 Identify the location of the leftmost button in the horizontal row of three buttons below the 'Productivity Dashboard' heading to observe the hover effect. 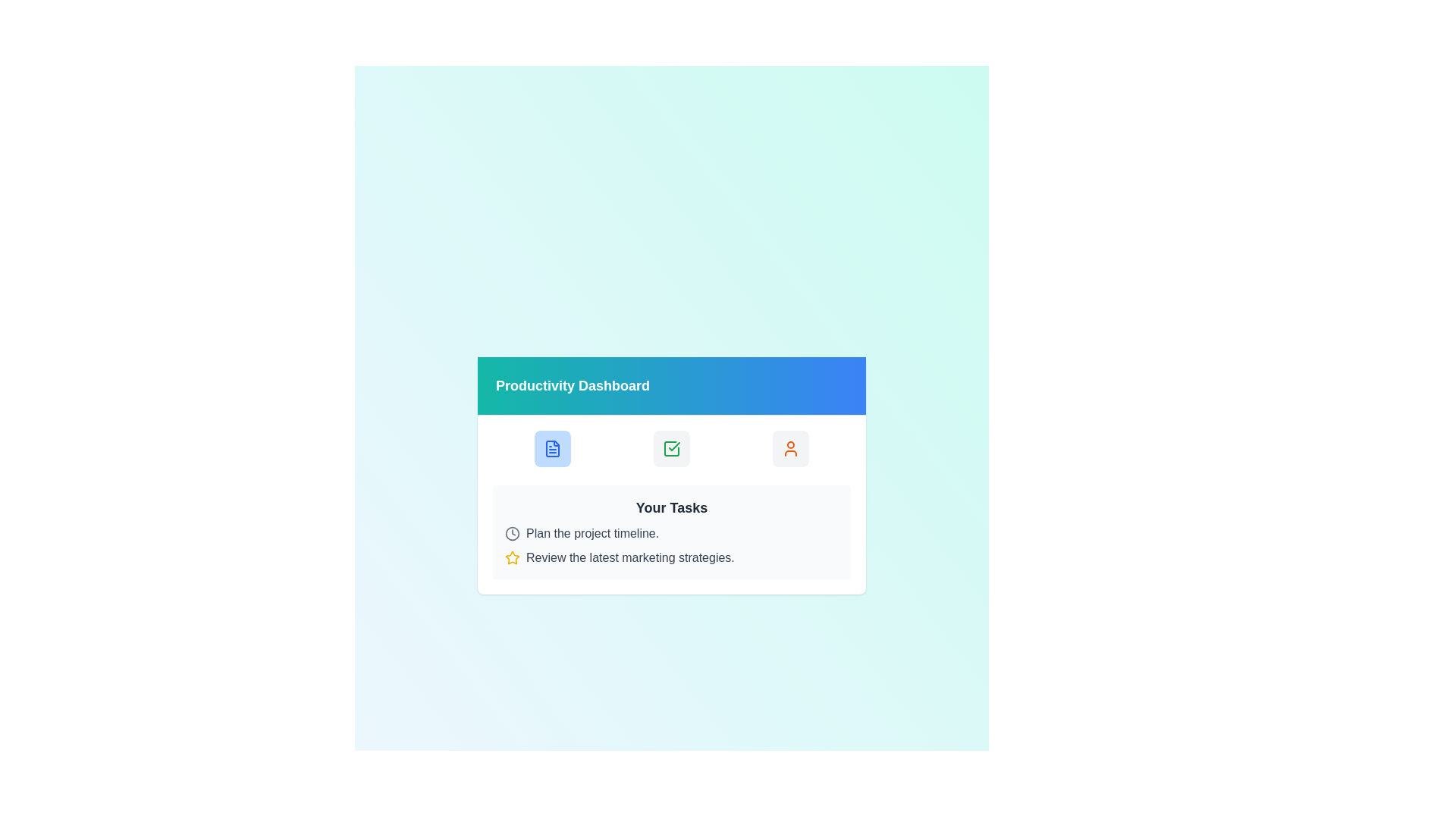
(551, 447).